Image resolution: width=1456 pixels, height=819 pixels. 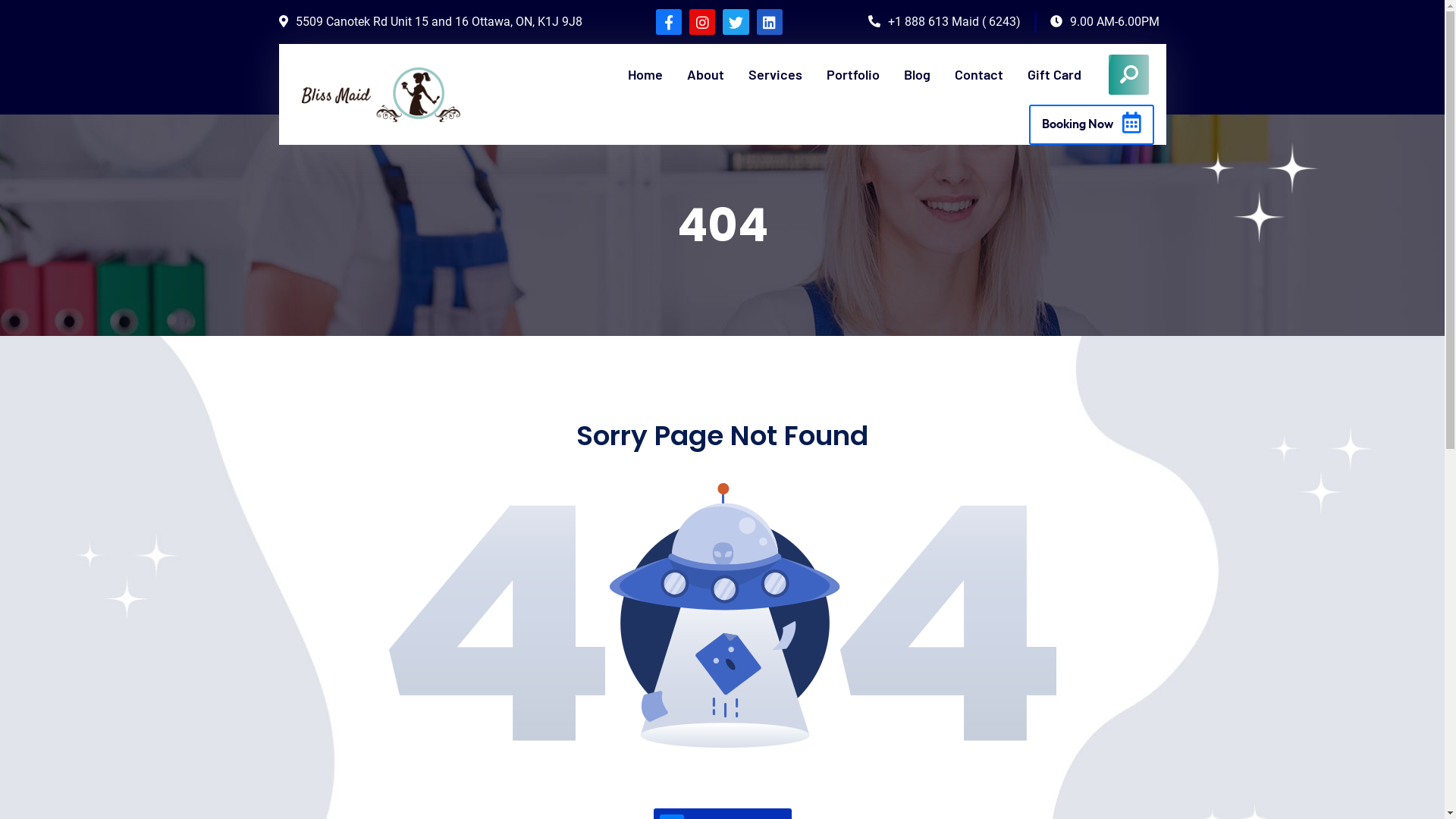 I want to click on 'Blog', so click(x=916, y=74).